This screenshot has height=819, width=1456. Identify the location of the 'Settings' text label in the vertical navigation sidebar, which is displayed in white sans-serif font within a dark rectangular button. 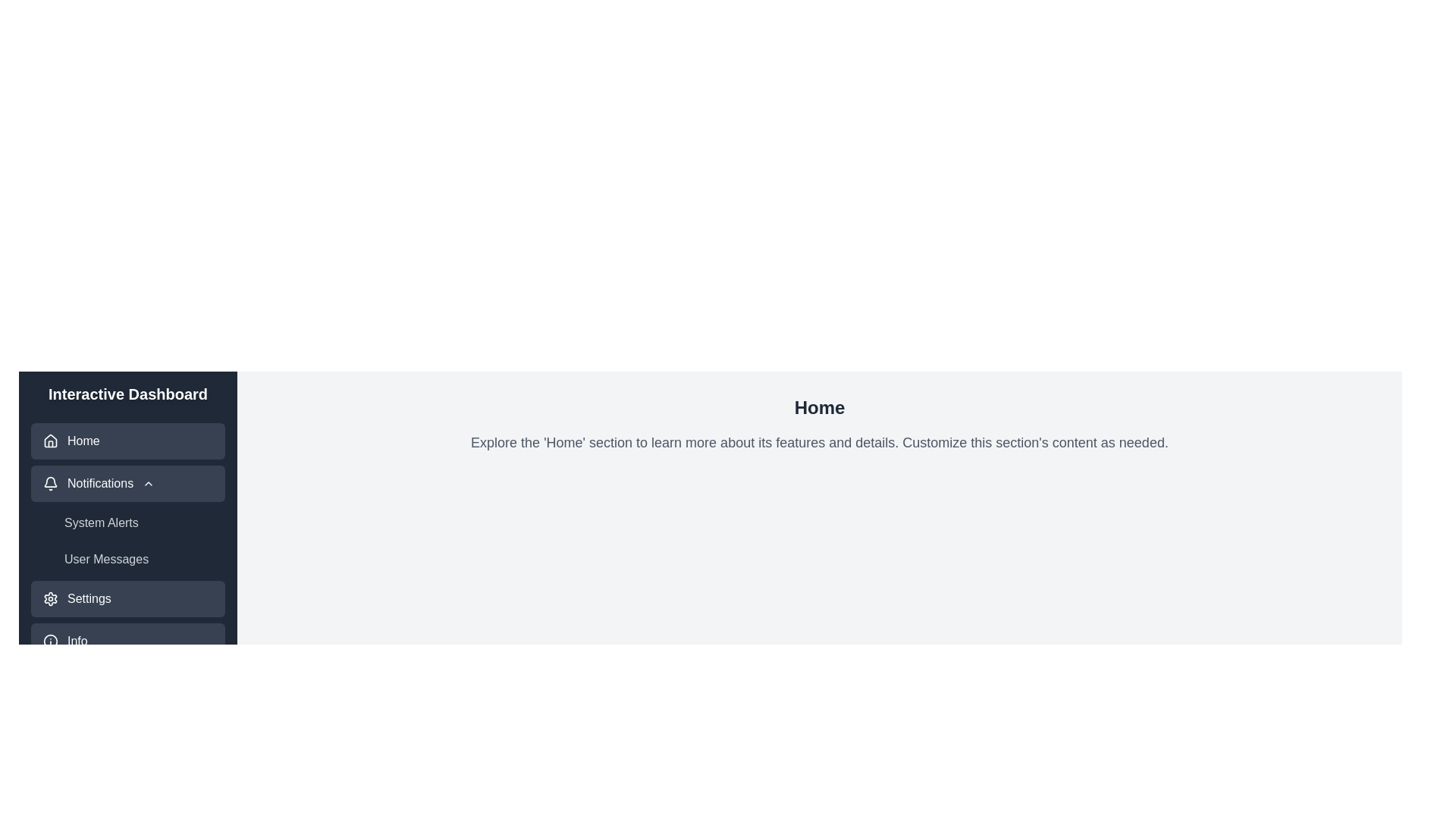
(88, 598).